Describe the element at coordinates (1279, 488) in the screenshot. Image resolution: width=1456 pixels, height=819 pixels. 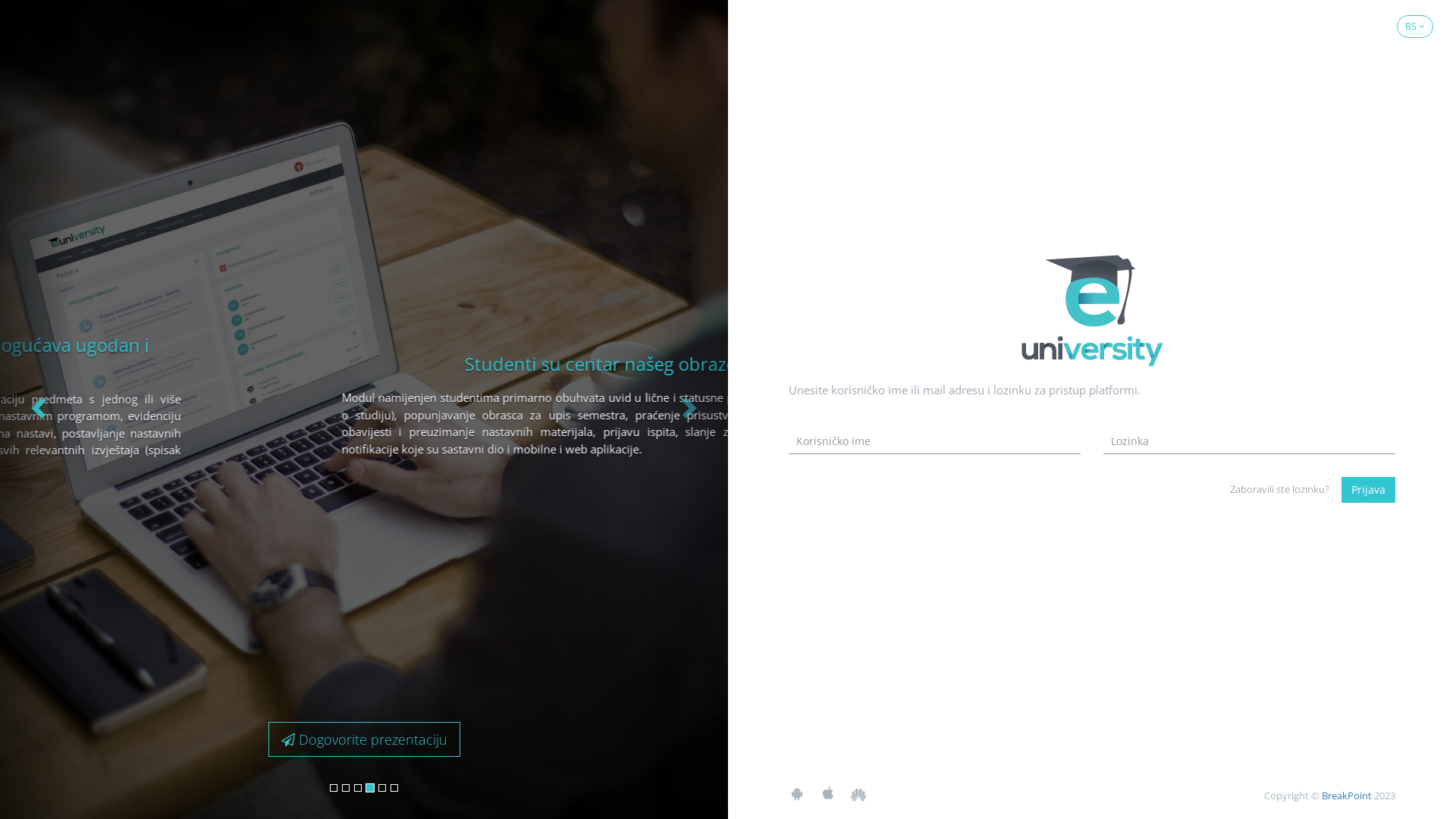
I see `'Zaboravili ste lozinku?'` at that location.